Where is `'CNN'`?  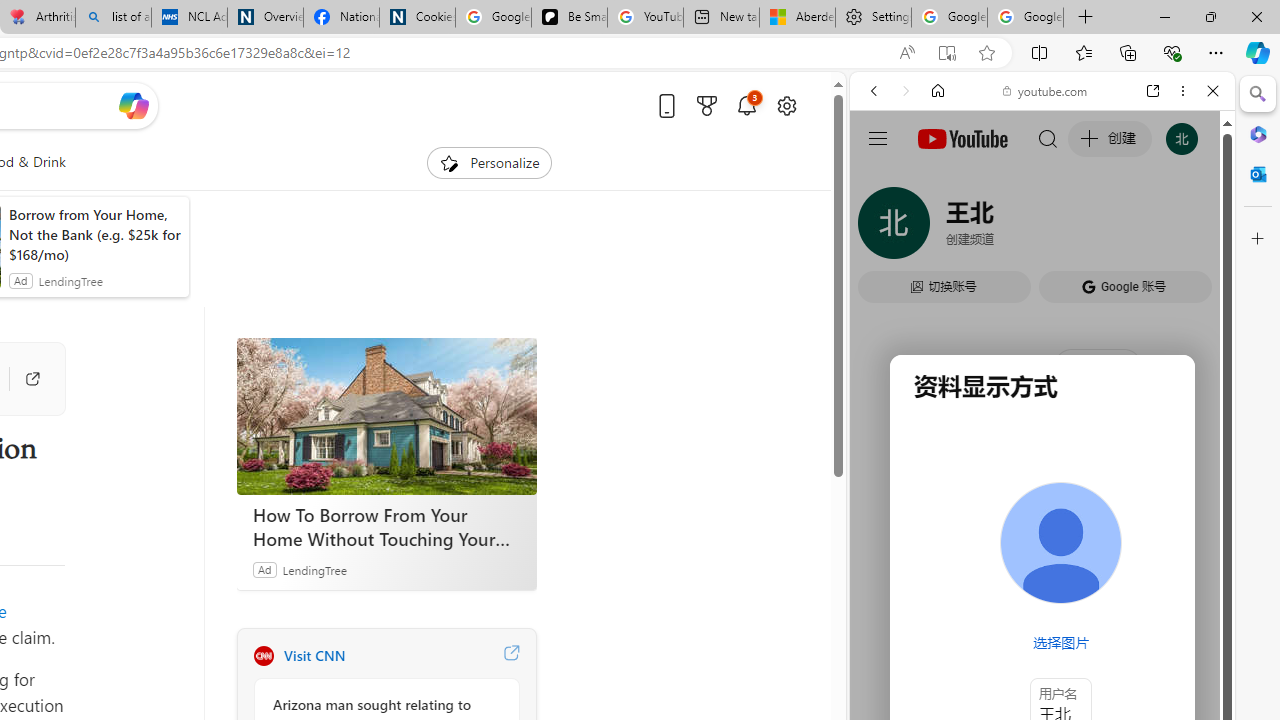
'CNN' is located at coordinates (262, 655).